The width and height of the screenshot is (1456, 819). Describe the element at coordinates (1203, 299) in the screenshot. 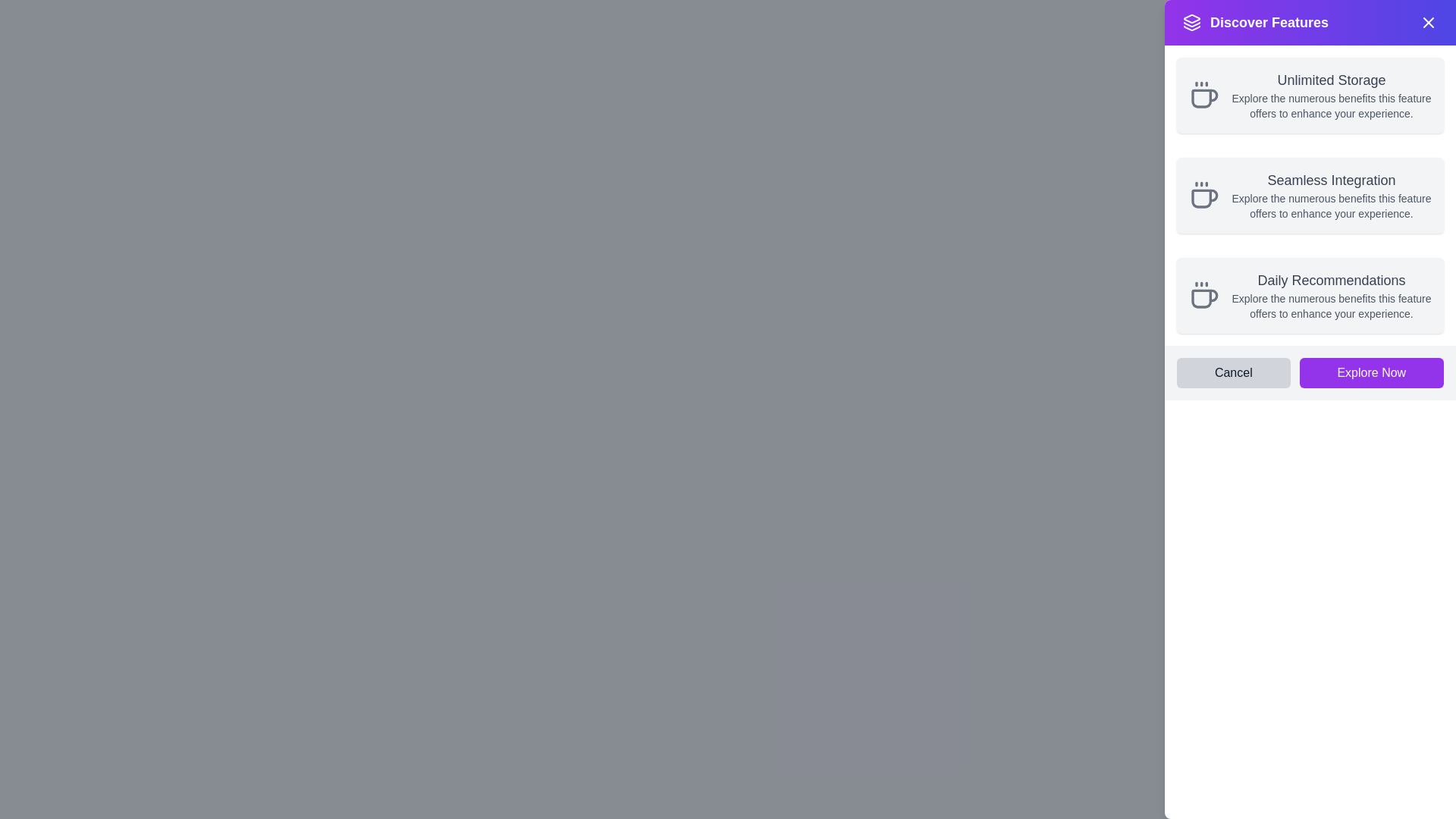

I see `the steaming cup of coffee icon within the 'Daily Recommendations' section to trigger potential tooltips` at that location.